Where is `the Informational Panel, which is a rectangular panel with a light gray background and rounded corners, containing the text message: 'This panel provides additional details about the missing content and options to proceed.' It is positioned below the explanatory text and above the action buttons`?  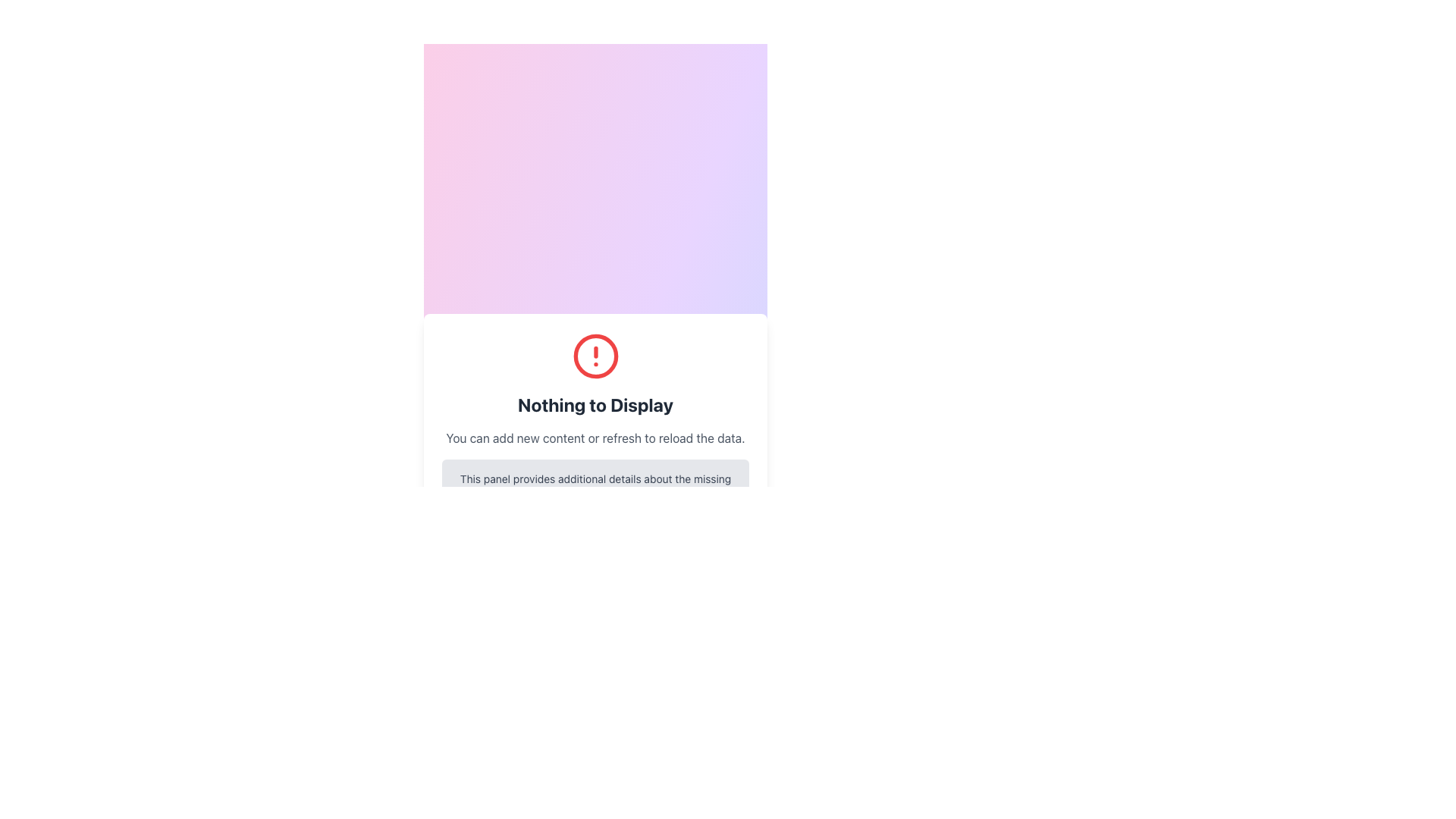 the Informational Panel, which is a rectangular panel with a light gray background and rounded corners, containing the text message: 'This panel provides additional details about the missing content and options to proceed.' It is positioned below the explanatory text and above the action buttons is located at coordinates (595, 486).